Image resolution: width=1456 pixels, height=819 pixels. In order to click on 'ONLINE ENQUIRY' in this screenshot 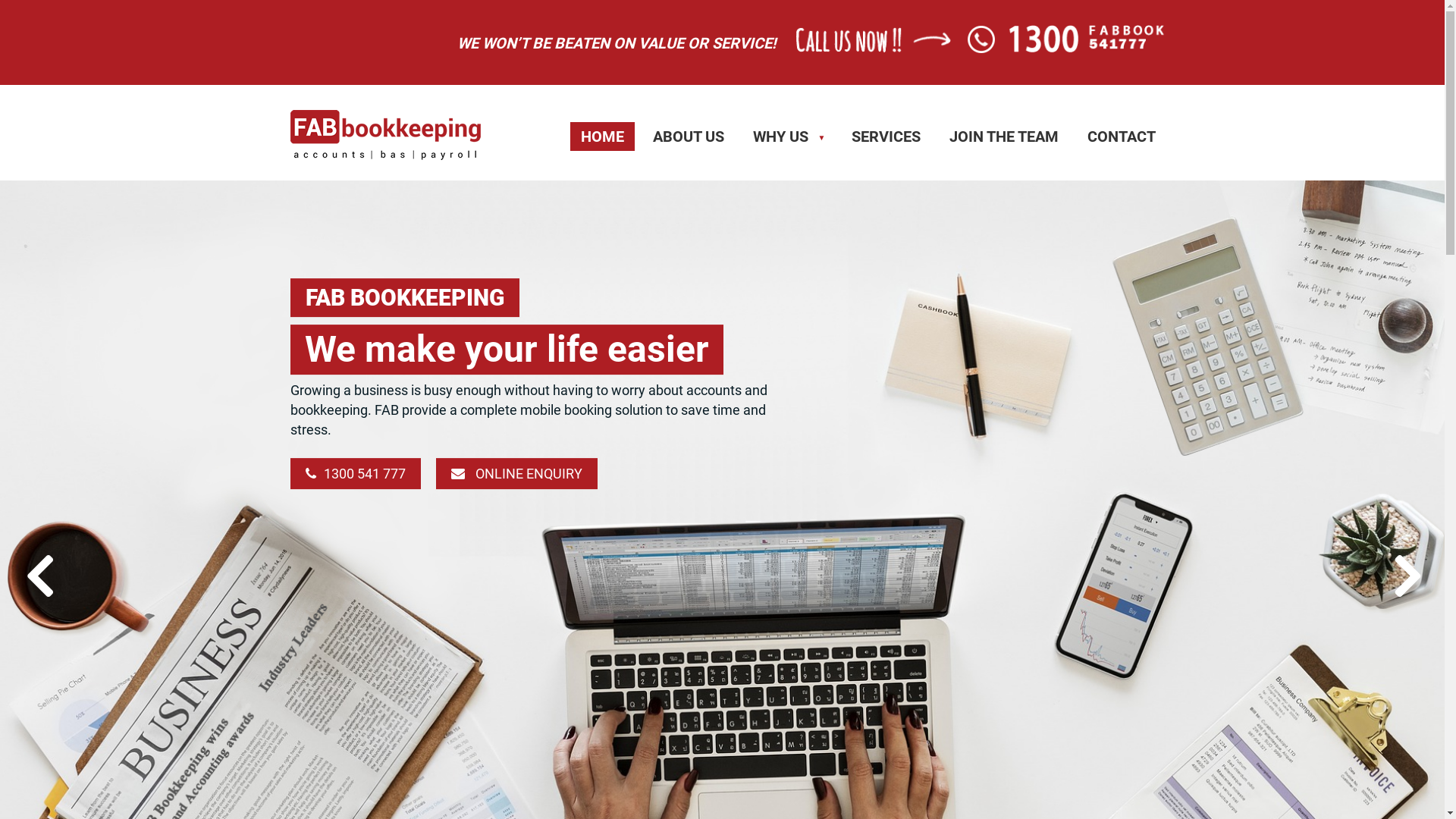, I will do `click(435, 473)`.